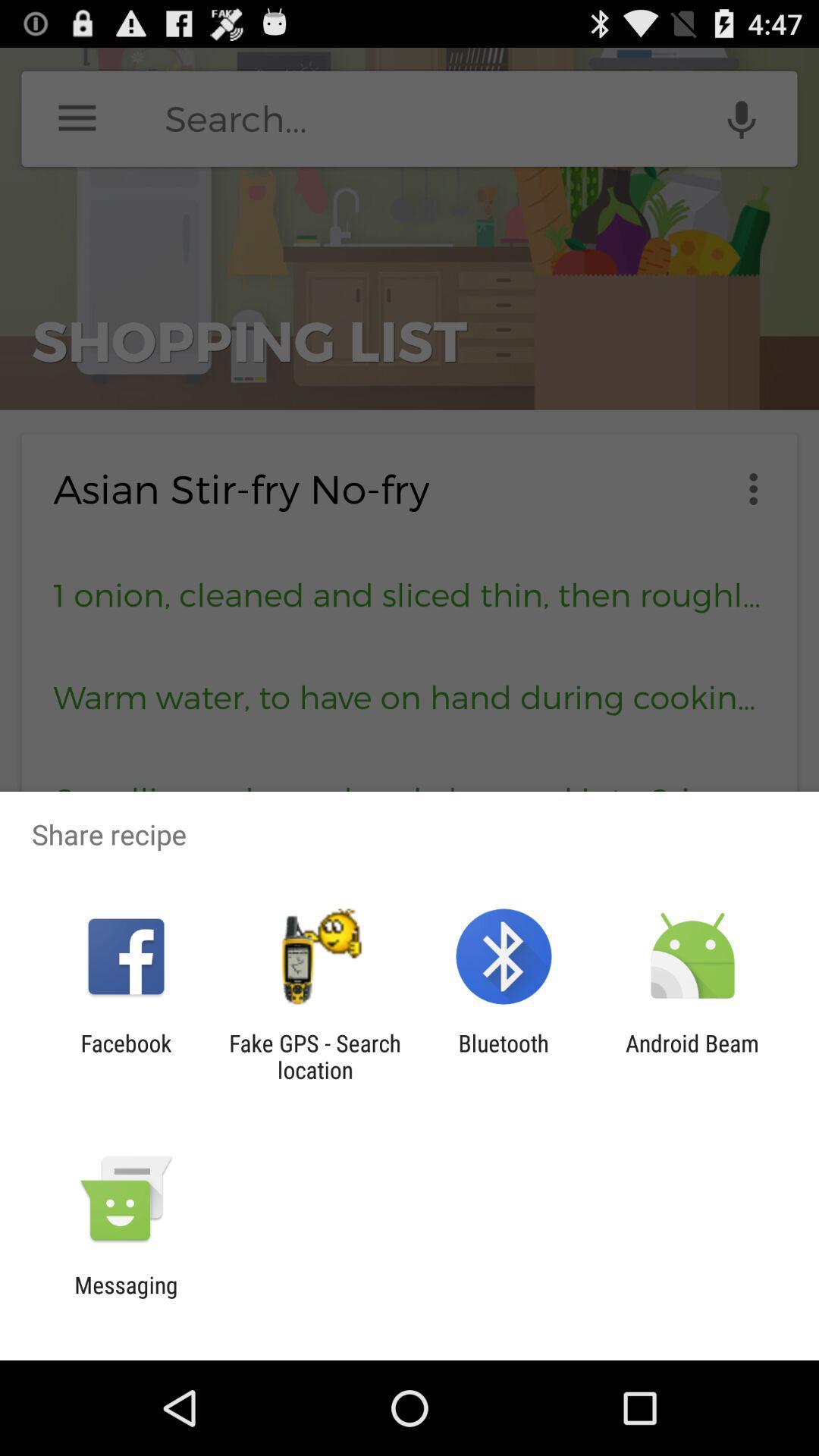 This screenshot has width=819, height=1456. Describe the element at coordinates (125, 1298) in the screenshot. I see `the messaging app` at that location.